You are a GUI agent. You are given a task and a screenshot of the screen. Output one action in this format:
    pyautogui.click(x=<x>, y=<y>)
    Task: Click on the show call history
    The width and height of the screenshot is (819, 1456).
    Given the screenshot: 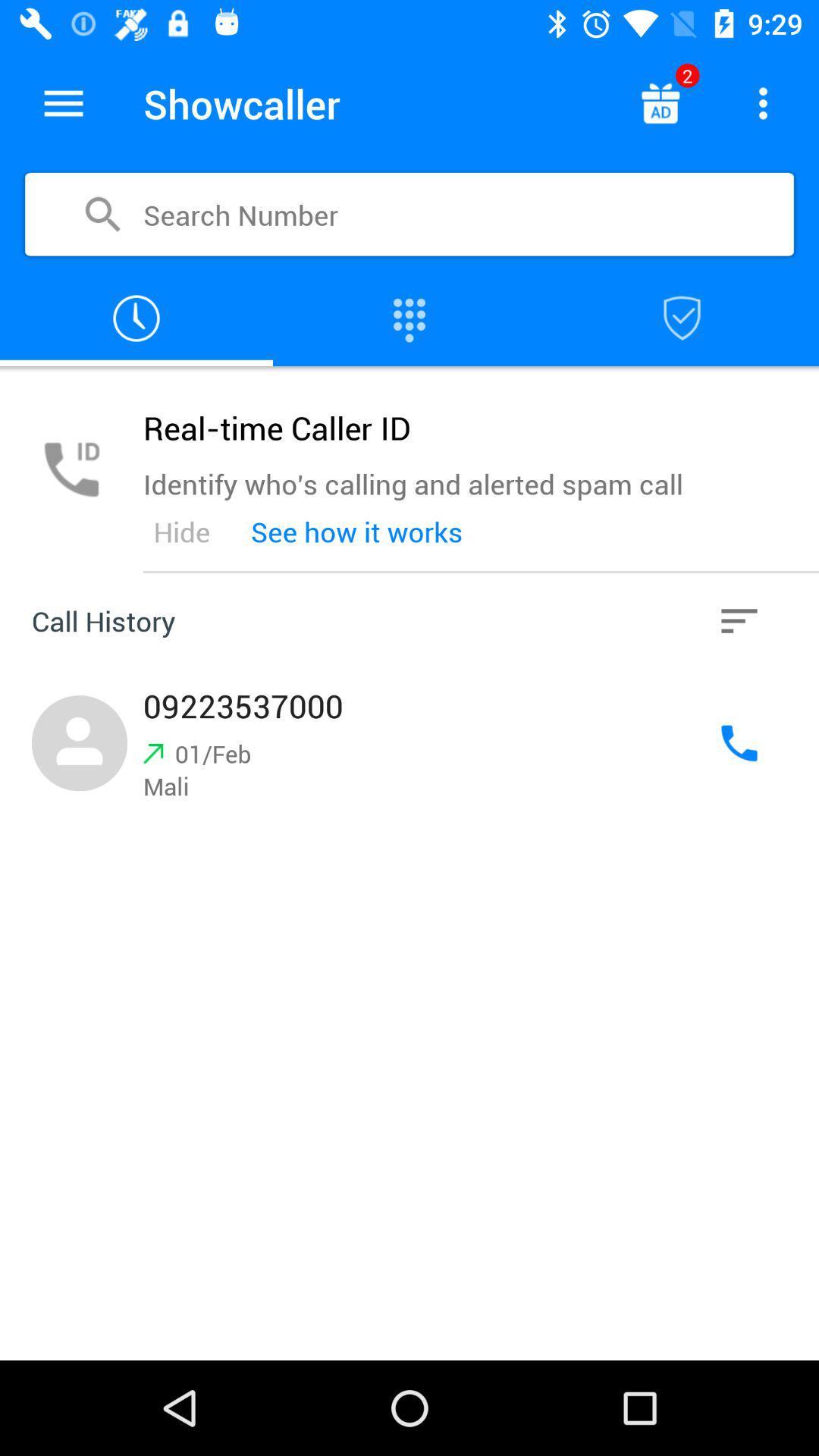 What is the action you would take?
    pyautogui.click(x=136, y=318)
    